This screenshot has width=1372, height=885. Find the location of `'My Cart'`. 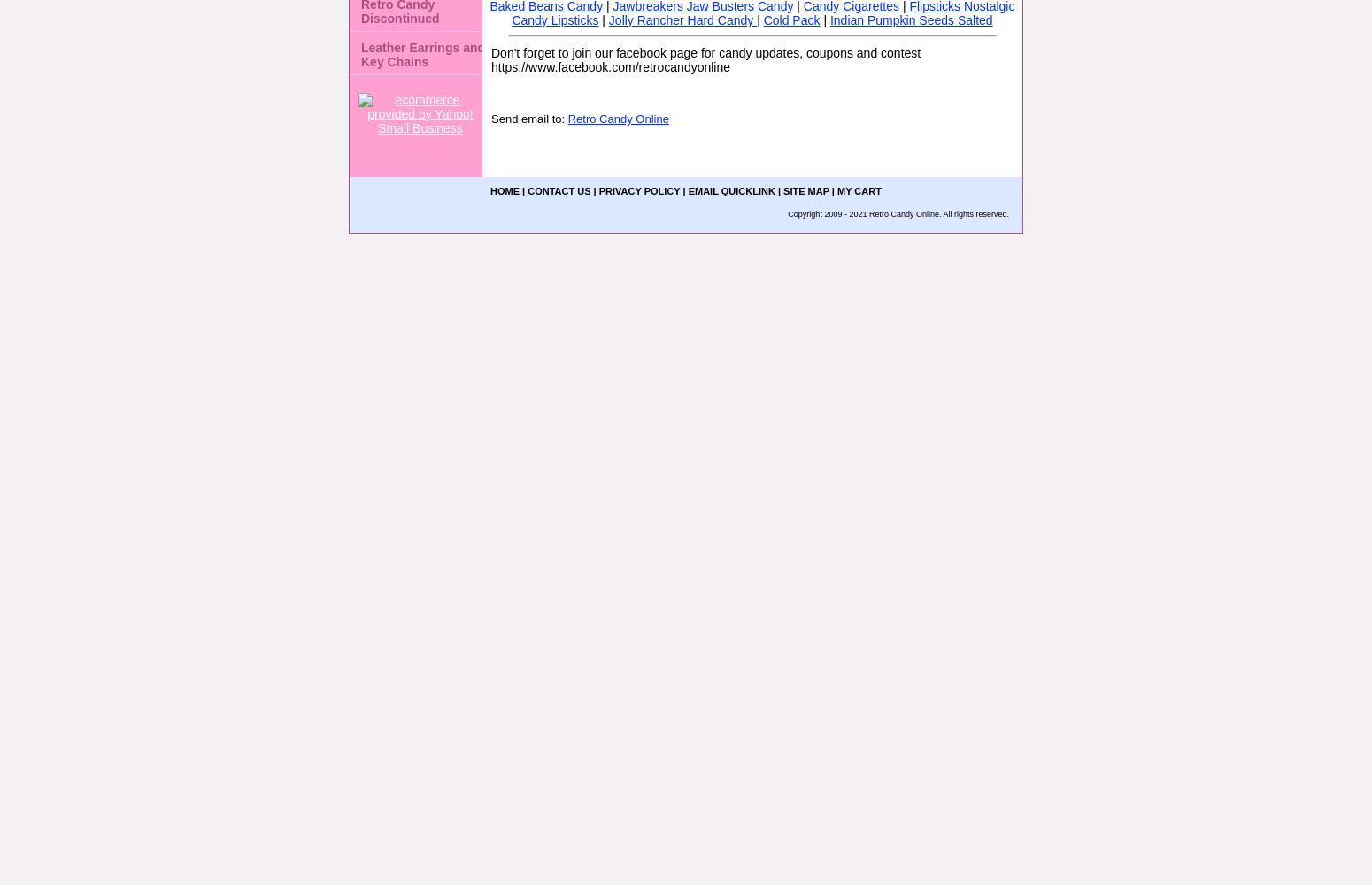

'My Cart' is located at coordinates (836, 190).